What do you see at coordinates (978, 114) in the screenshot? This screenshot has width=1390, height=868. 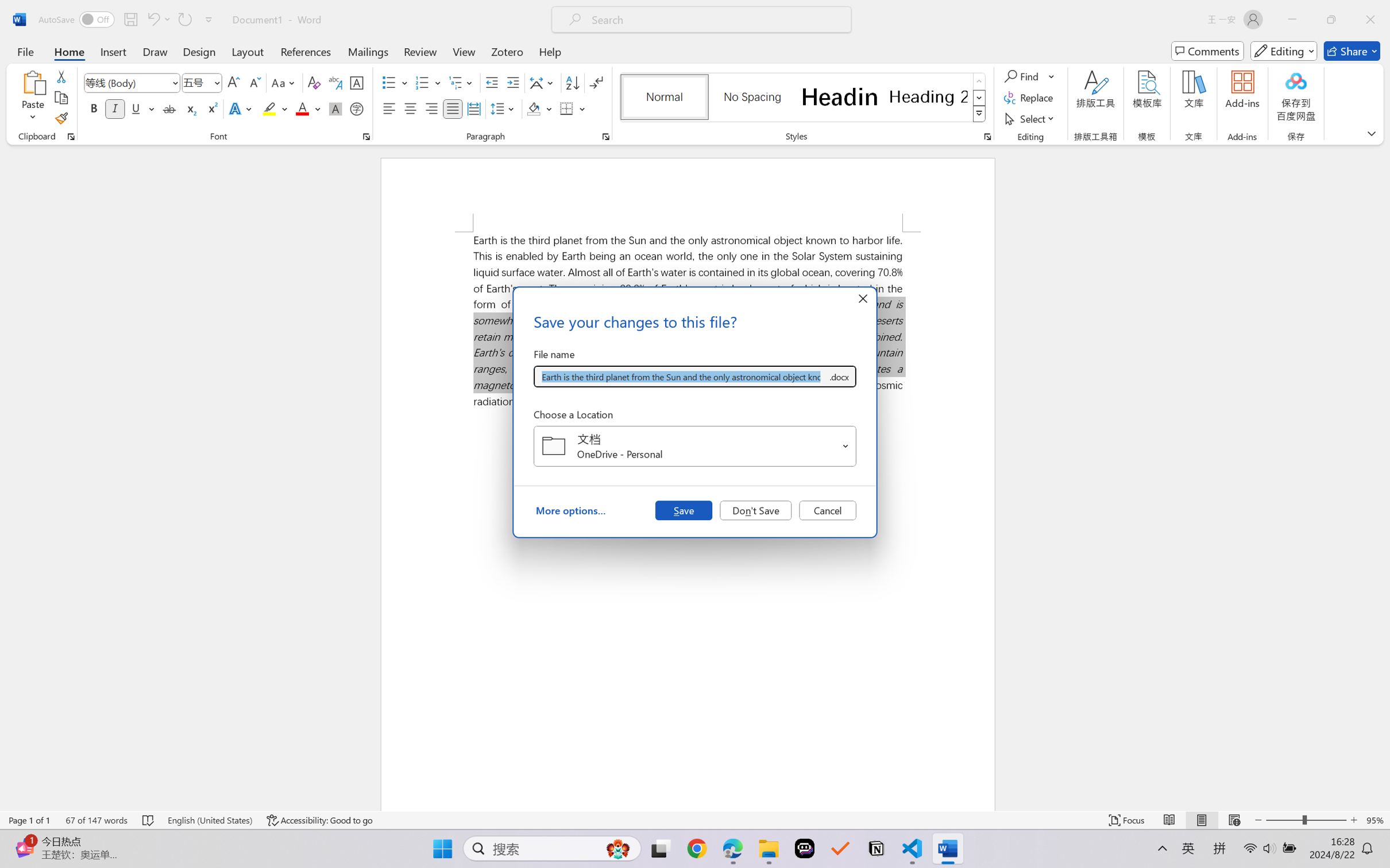 I see `'Styles'` at bounding box center [978, 114].